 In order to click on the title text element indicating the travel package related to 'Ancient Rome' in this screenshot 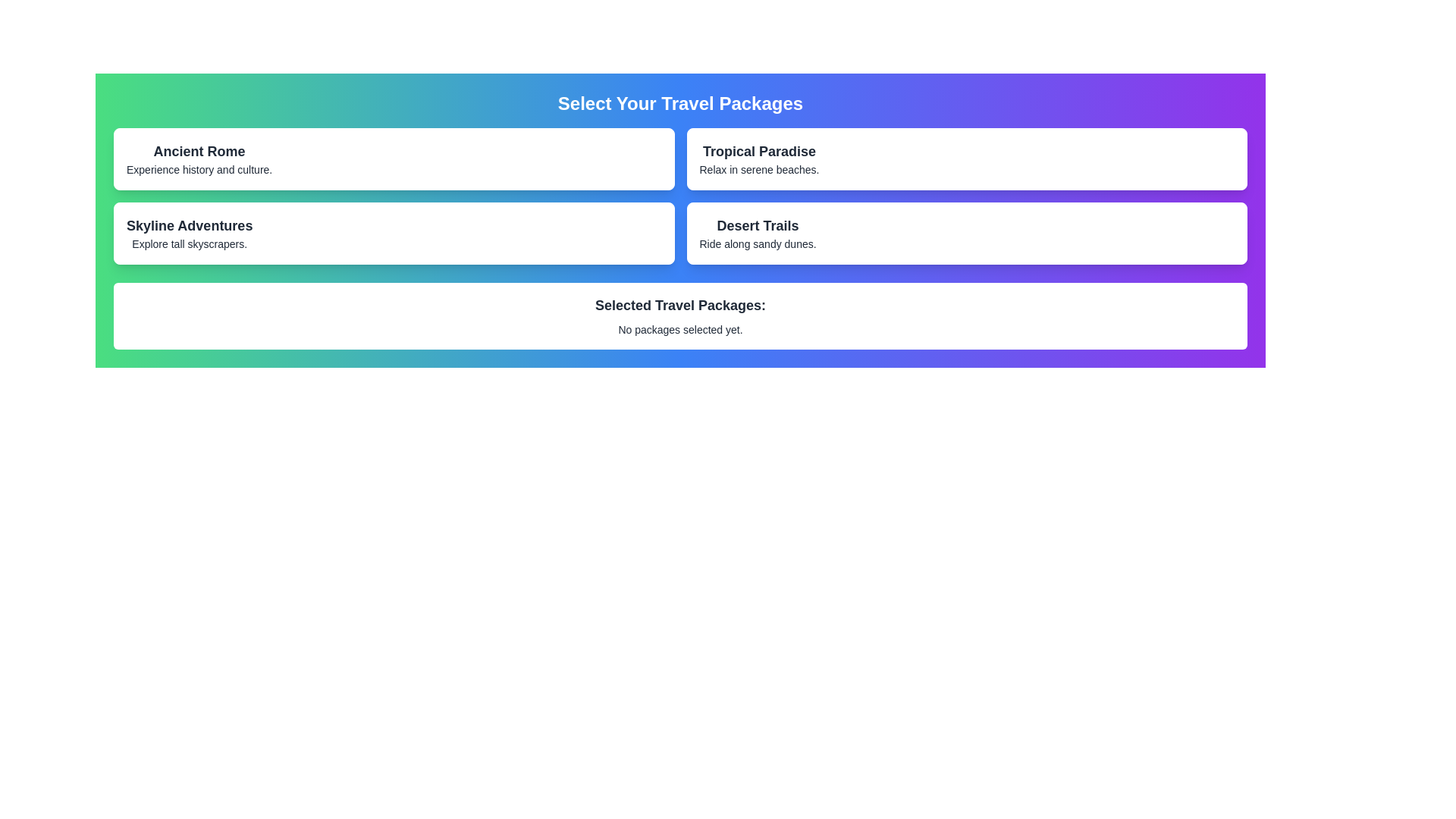, I will do `click(199, 152)`.